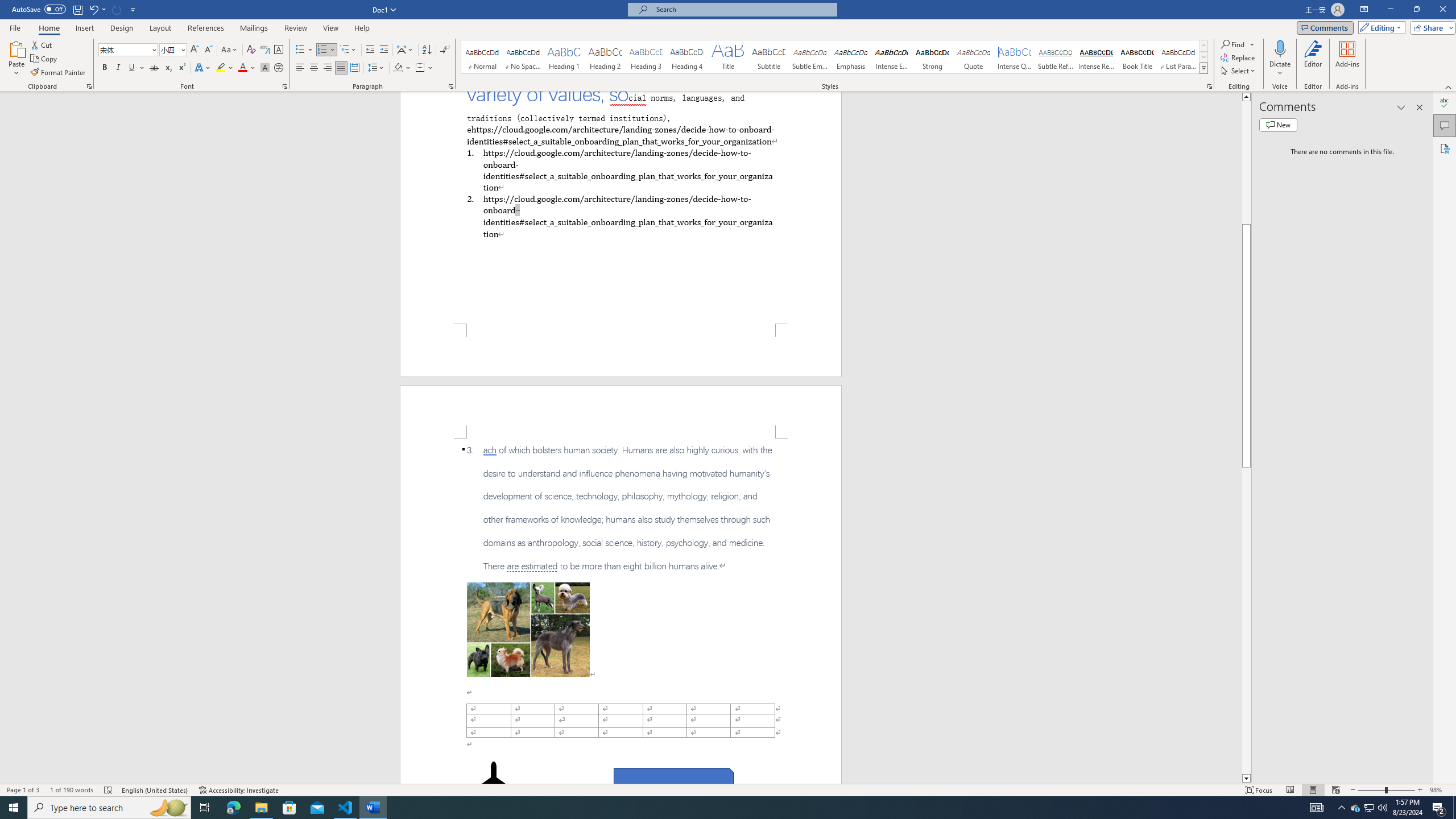 Image resolution: width=1456 pixels, height=819 pixels. Describe the element at coordinates (155, 790) in the screenshot. I see `'Language English (United States)'` at that location.